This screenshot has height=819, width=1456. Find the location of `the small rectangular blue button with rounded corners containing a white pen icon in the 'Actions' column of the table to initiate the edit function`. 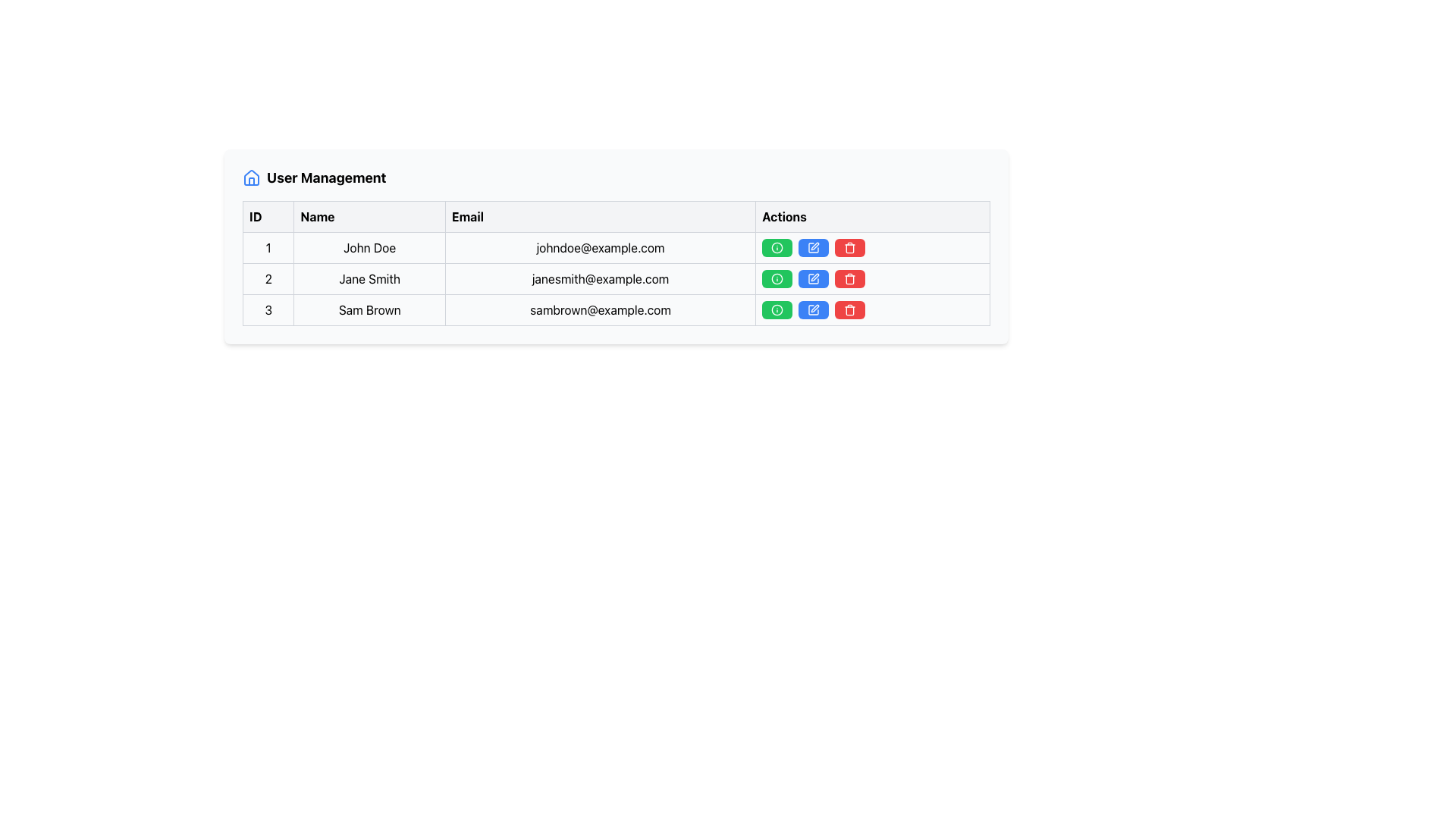

the small rectangular blue button with rounded corners containing a white pen icon in the 'Actions' column of the table to initiate the edit function is located at coordinates (813, 247).